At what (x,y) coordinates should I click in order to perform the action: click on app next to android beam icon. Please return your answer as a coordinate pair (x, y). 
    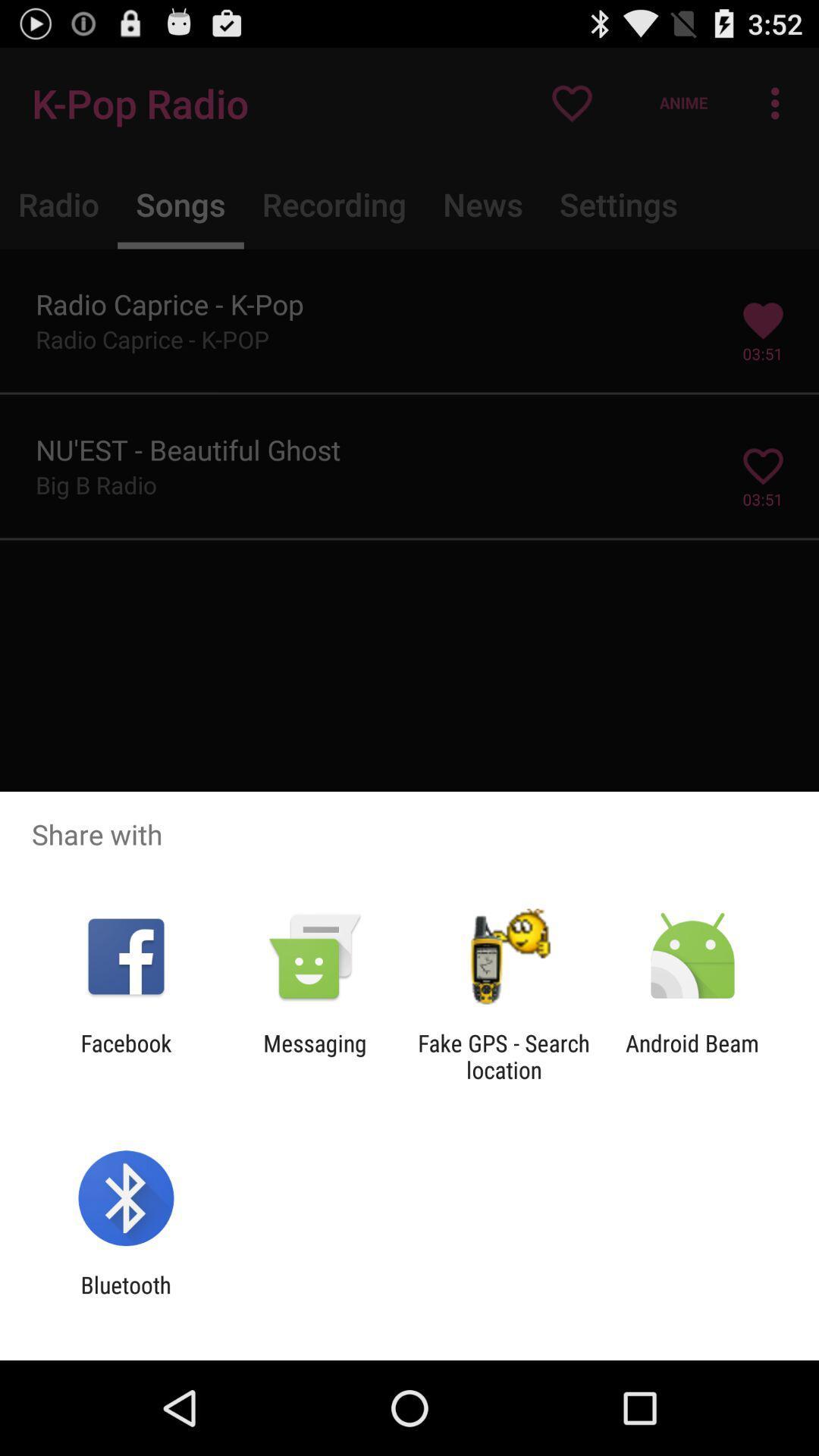
    Looking at the image, I should click on (504, 1056).